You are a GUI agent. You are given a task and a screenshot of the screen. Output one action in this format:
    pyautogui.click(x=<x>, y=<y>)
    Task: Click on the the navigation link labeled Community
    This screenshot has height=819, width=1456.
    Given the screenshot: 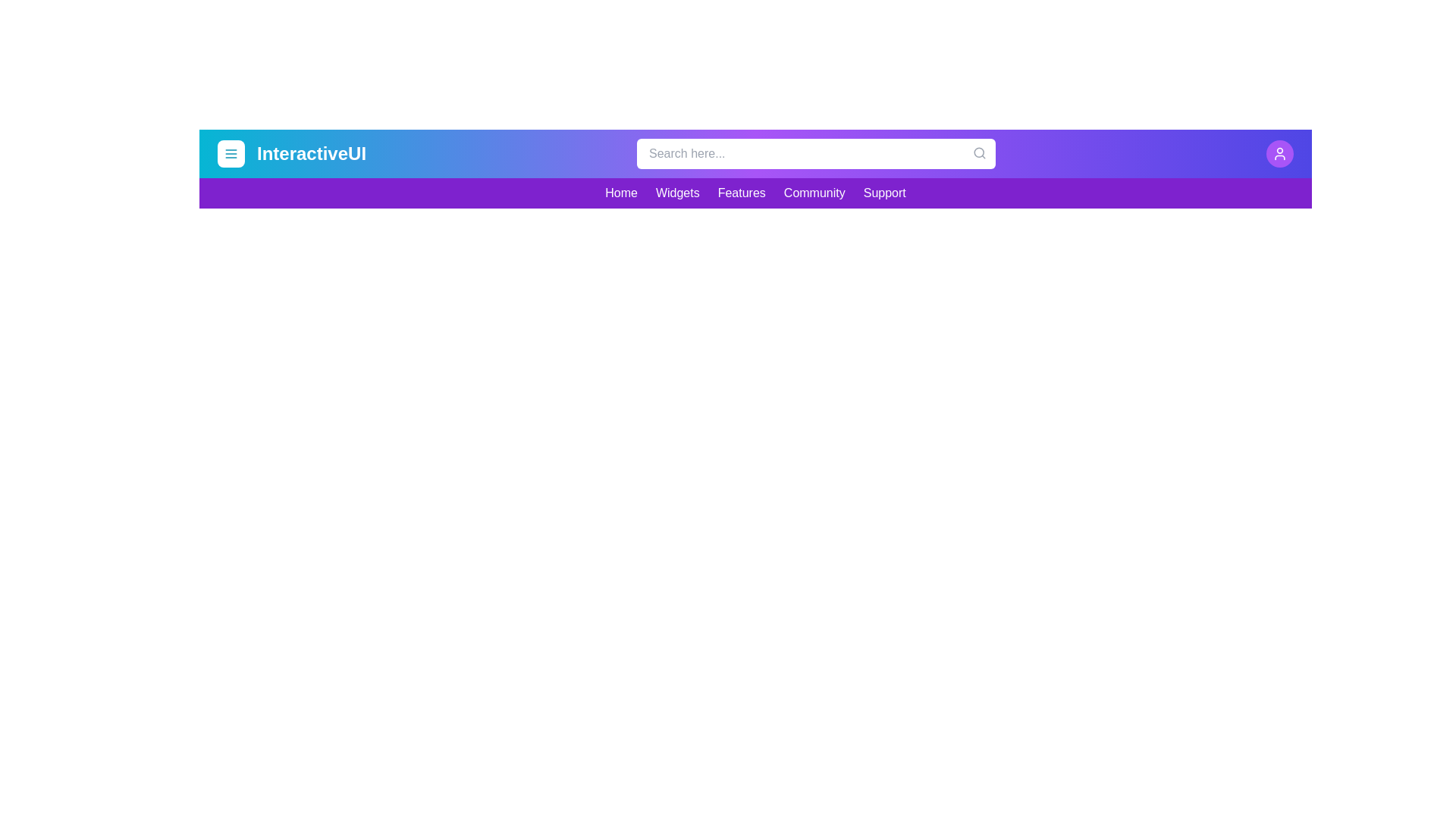 What is the action you would take?
    pyautogui.click(x=814, y=192)
    